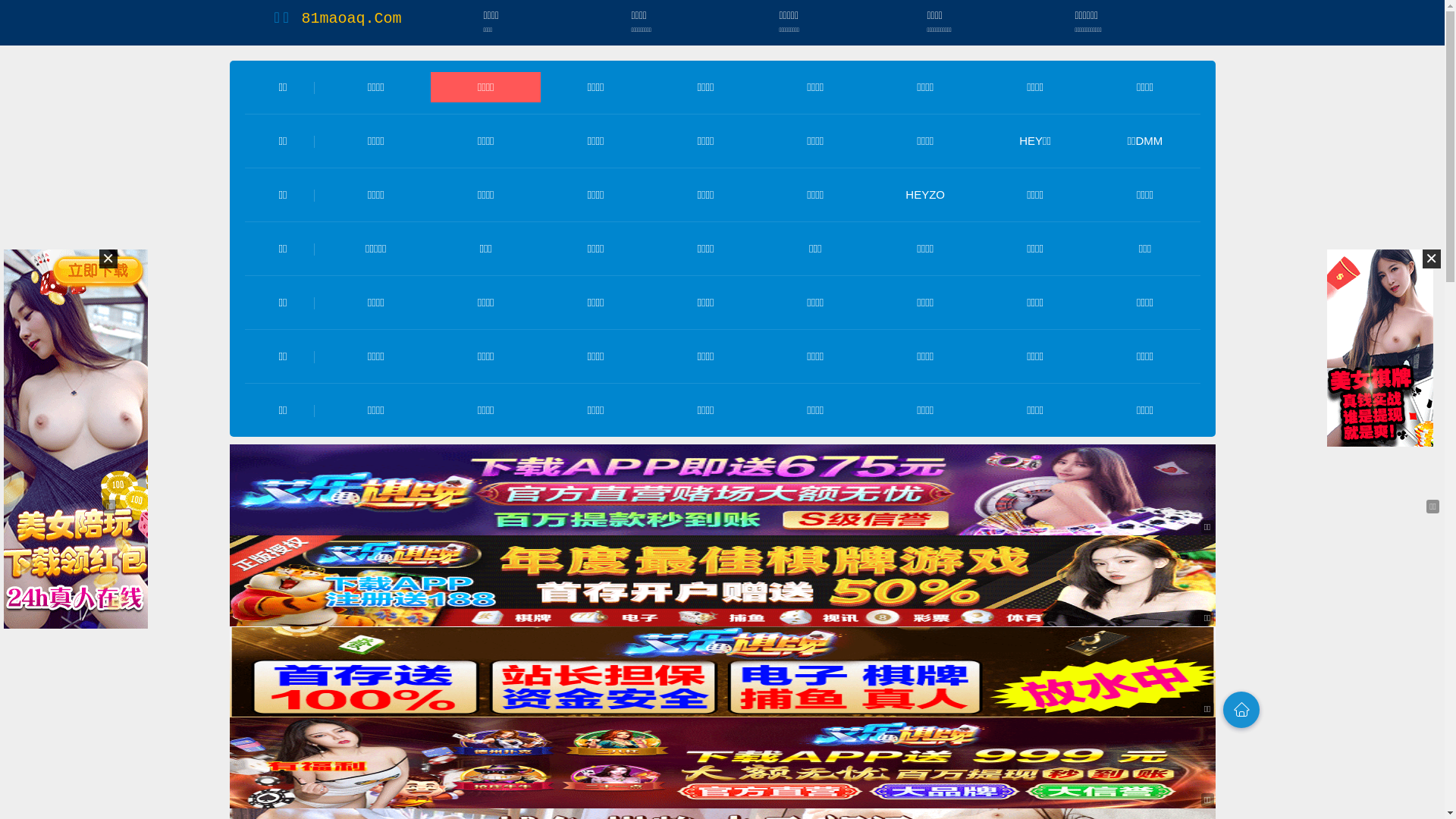 This screenshot has width=1456, height=819. I want to click on '81maoaq.Com', so click(301, 18).